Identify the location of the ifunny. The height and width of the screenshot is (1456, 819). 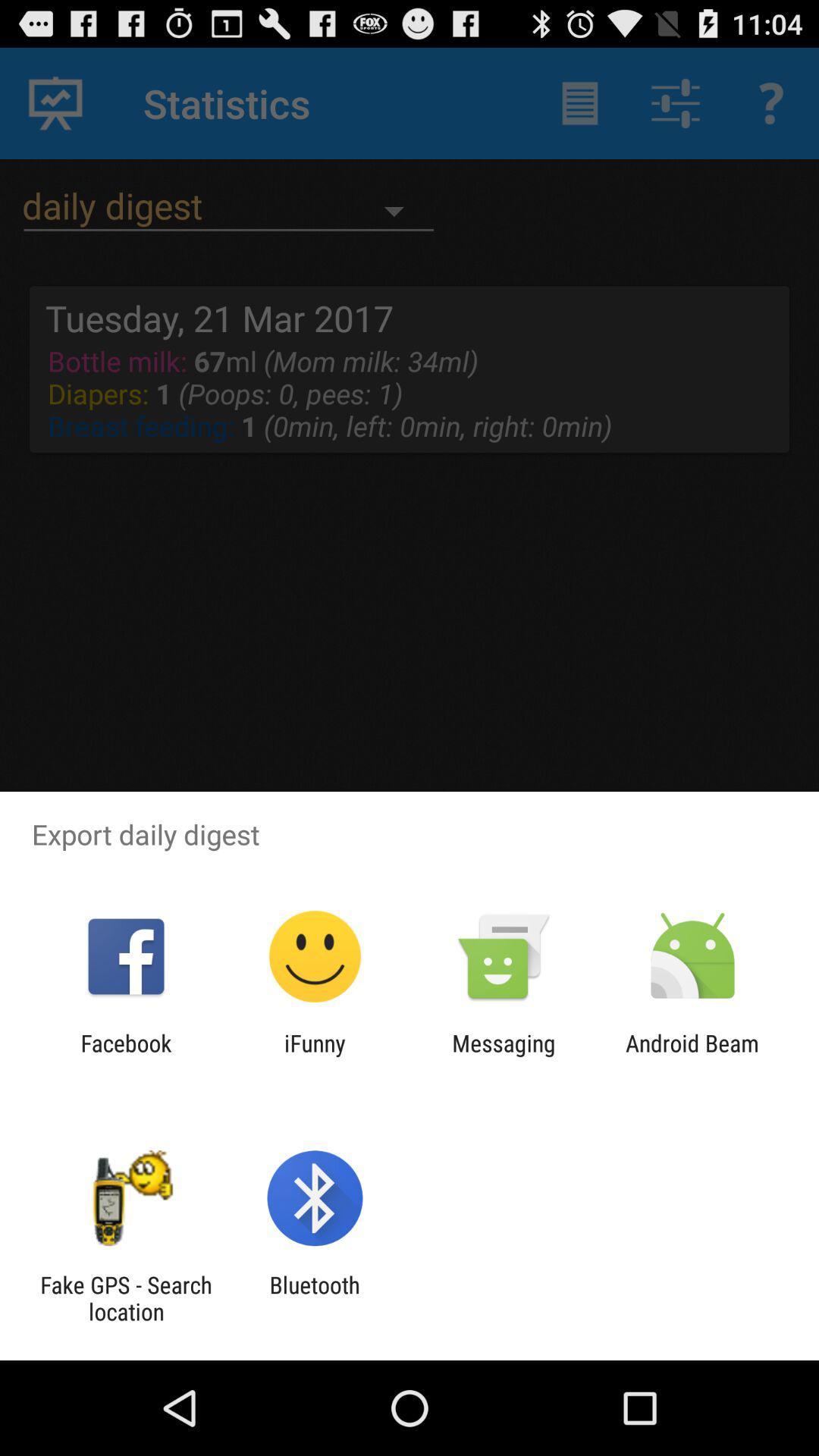
(314, 1056).